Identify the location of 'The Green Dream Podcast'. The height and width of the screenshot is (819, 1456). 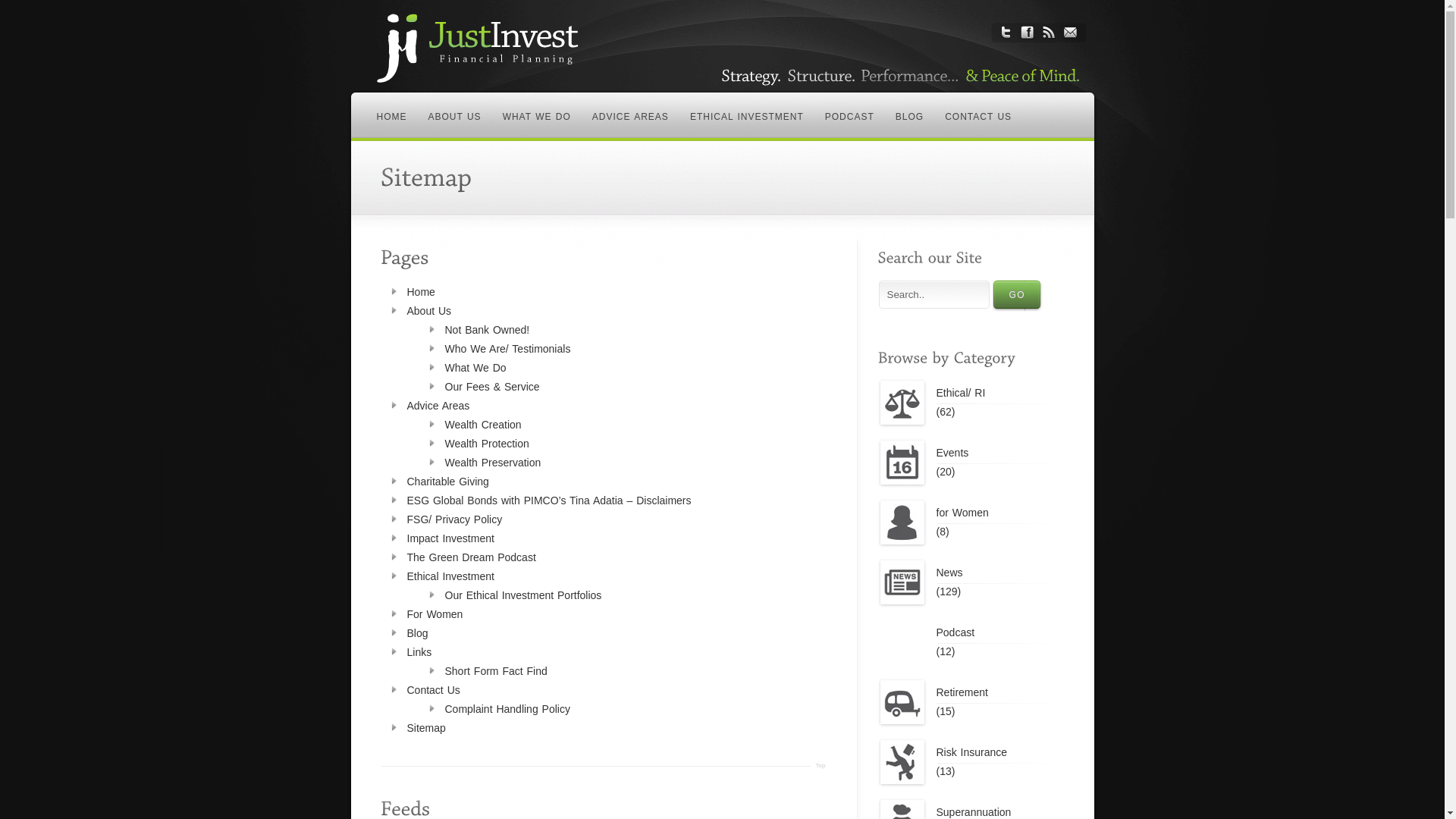
(469, 557).